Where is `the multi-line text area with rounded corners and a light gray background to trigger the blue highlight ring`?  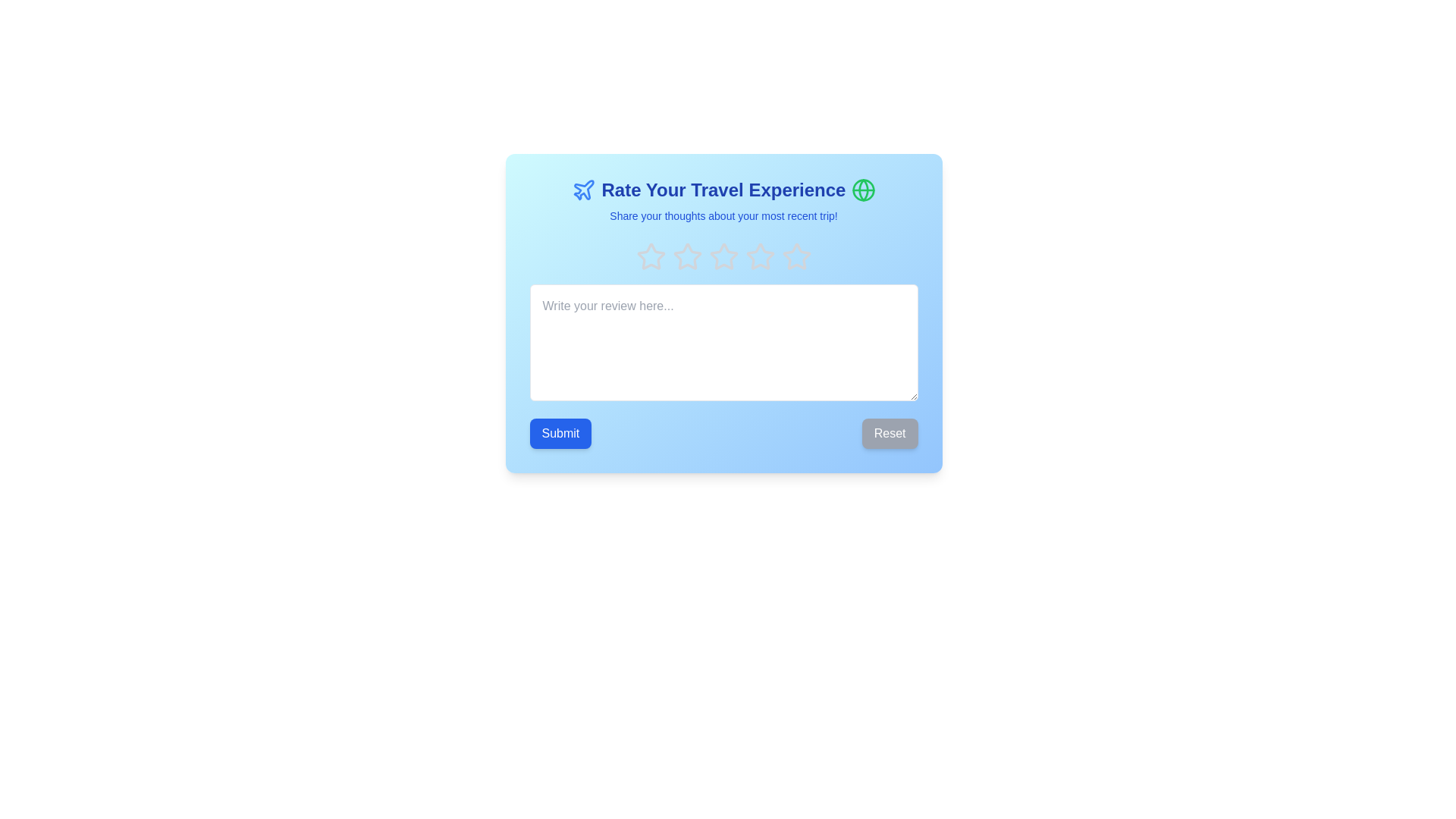 the multi-line text area with rounded corners and a light gray background to trigger the blue highlight ring is located at coordinates (723, 342).